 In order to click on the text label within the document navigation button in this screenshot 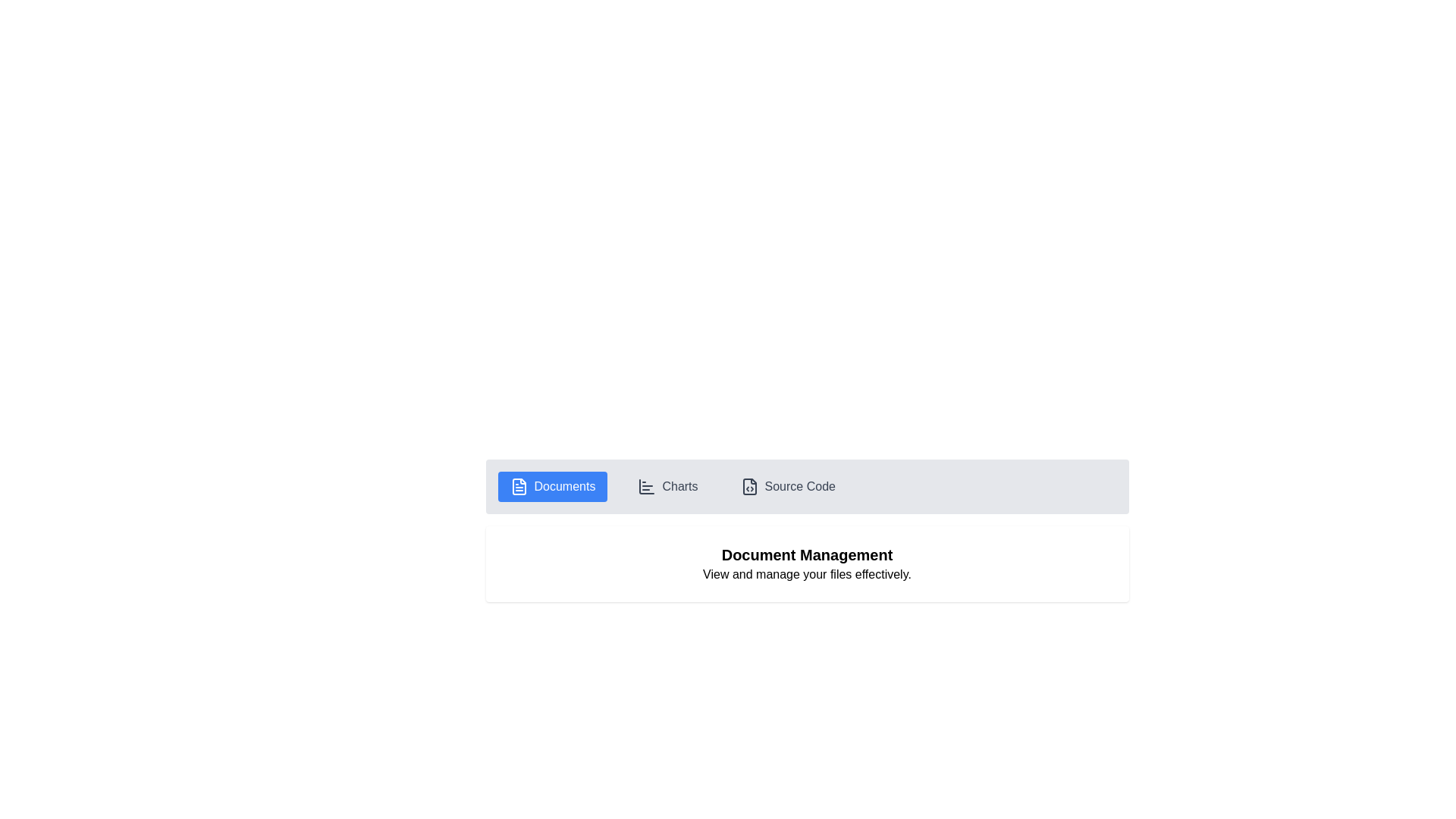, I will do `click(563, 486)`.